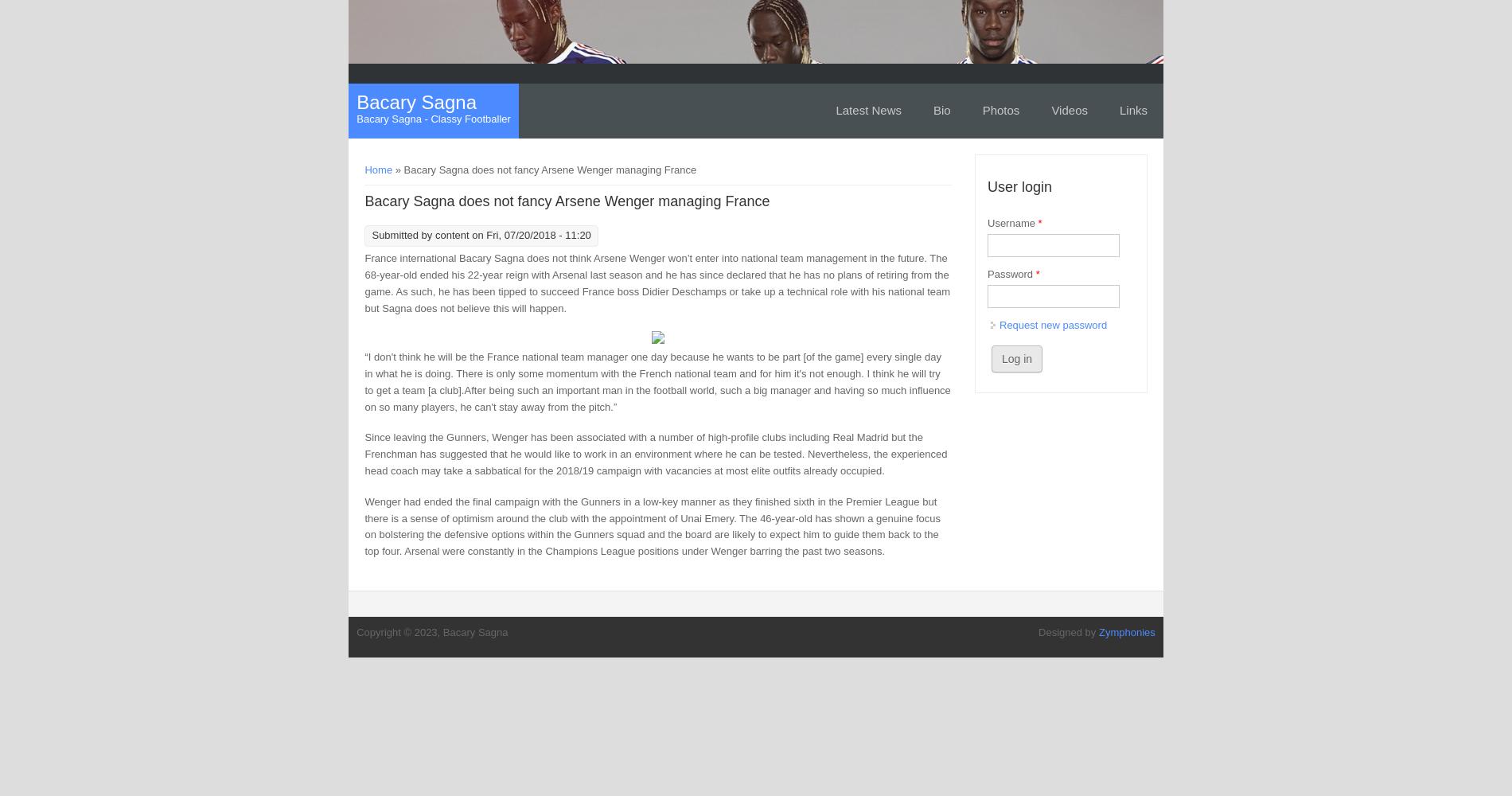  Describe the element at coordinates (403, 235) in the screenshot. I see `'Submitted by'` at that location.